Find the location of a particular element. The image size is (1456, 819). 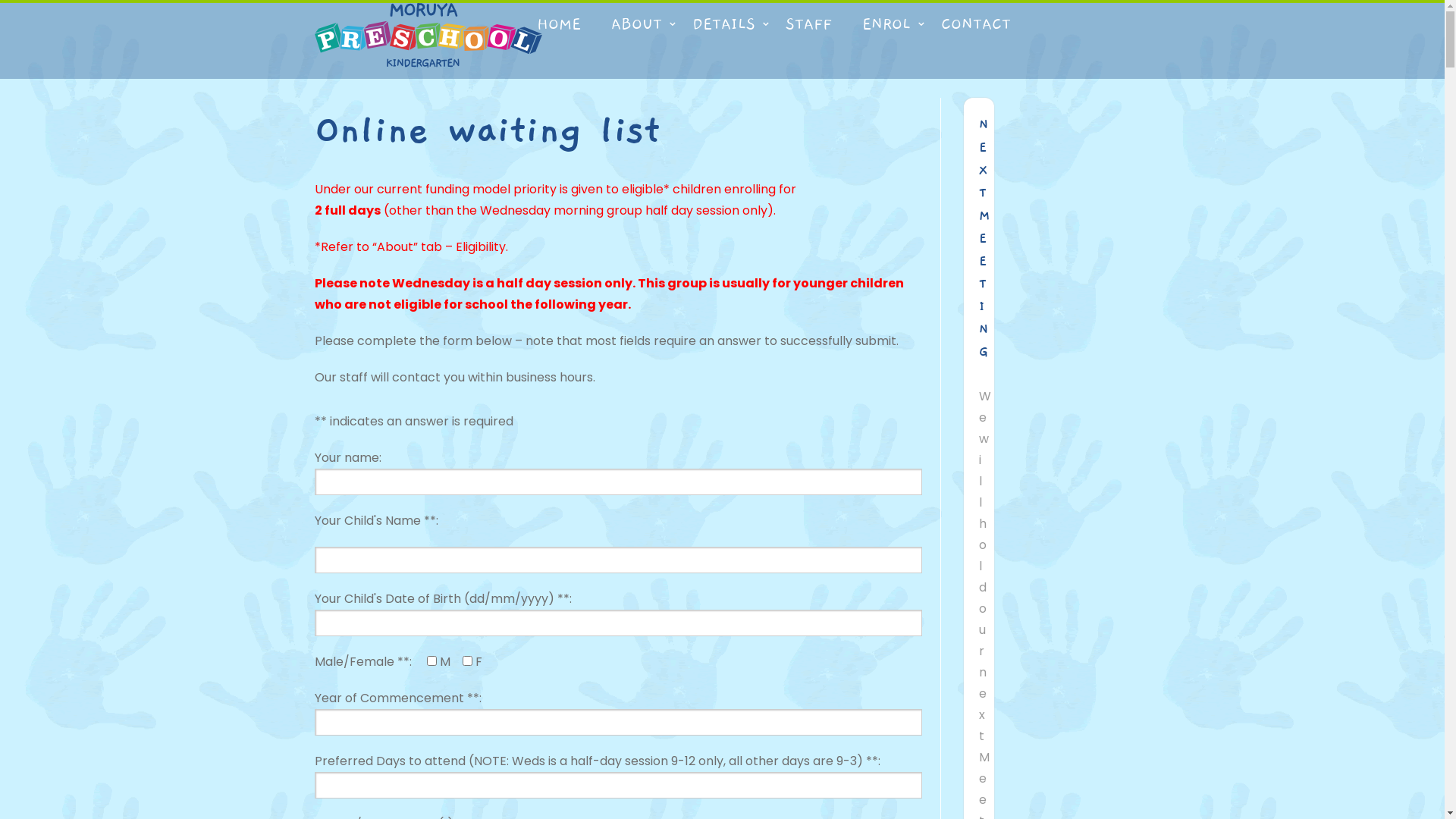

'CONTACT' is located at coordinates (975, 24).